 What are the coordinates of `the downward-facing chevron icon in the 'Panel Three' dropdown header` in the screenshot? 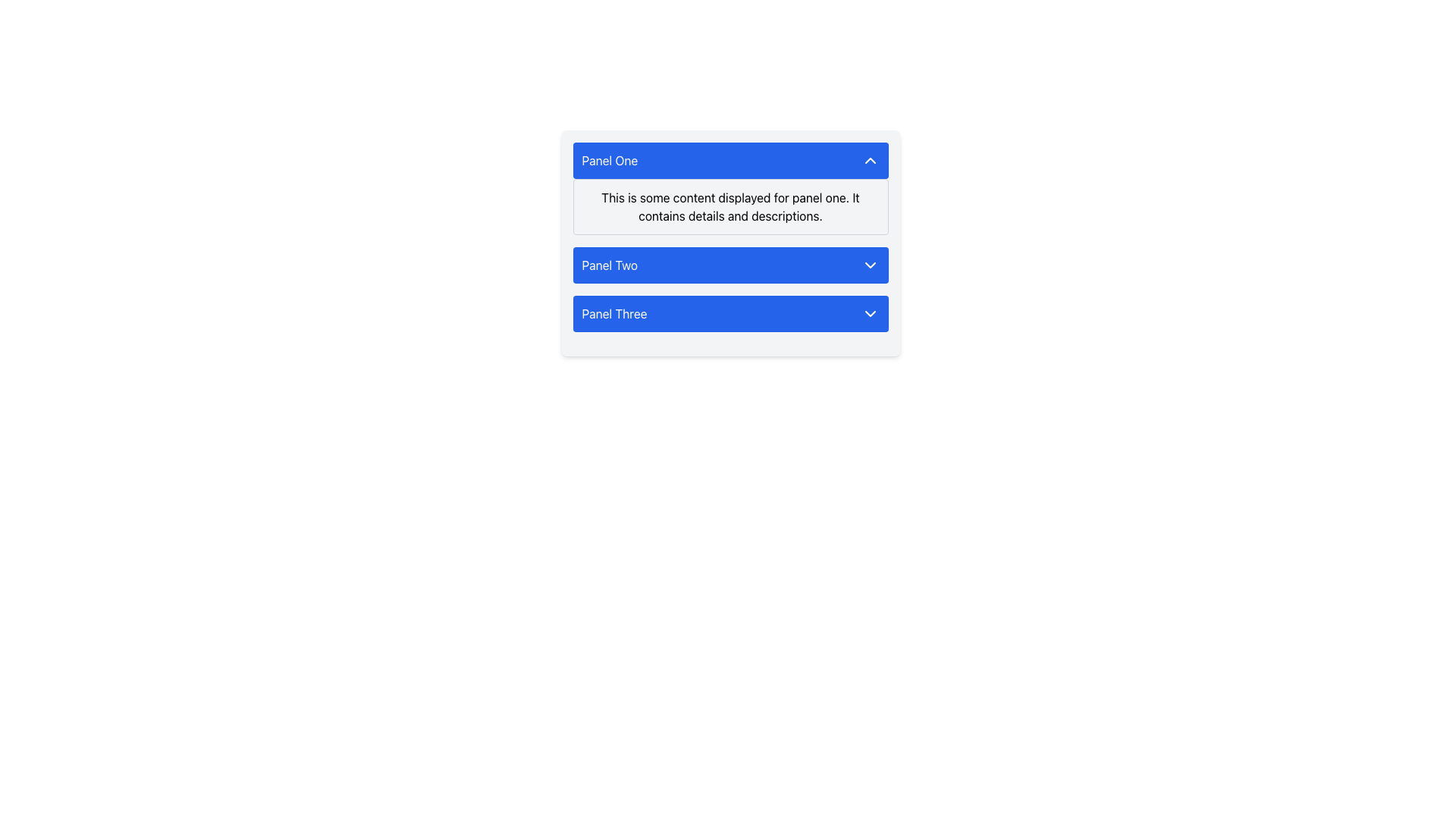 It's located at (870, 312).